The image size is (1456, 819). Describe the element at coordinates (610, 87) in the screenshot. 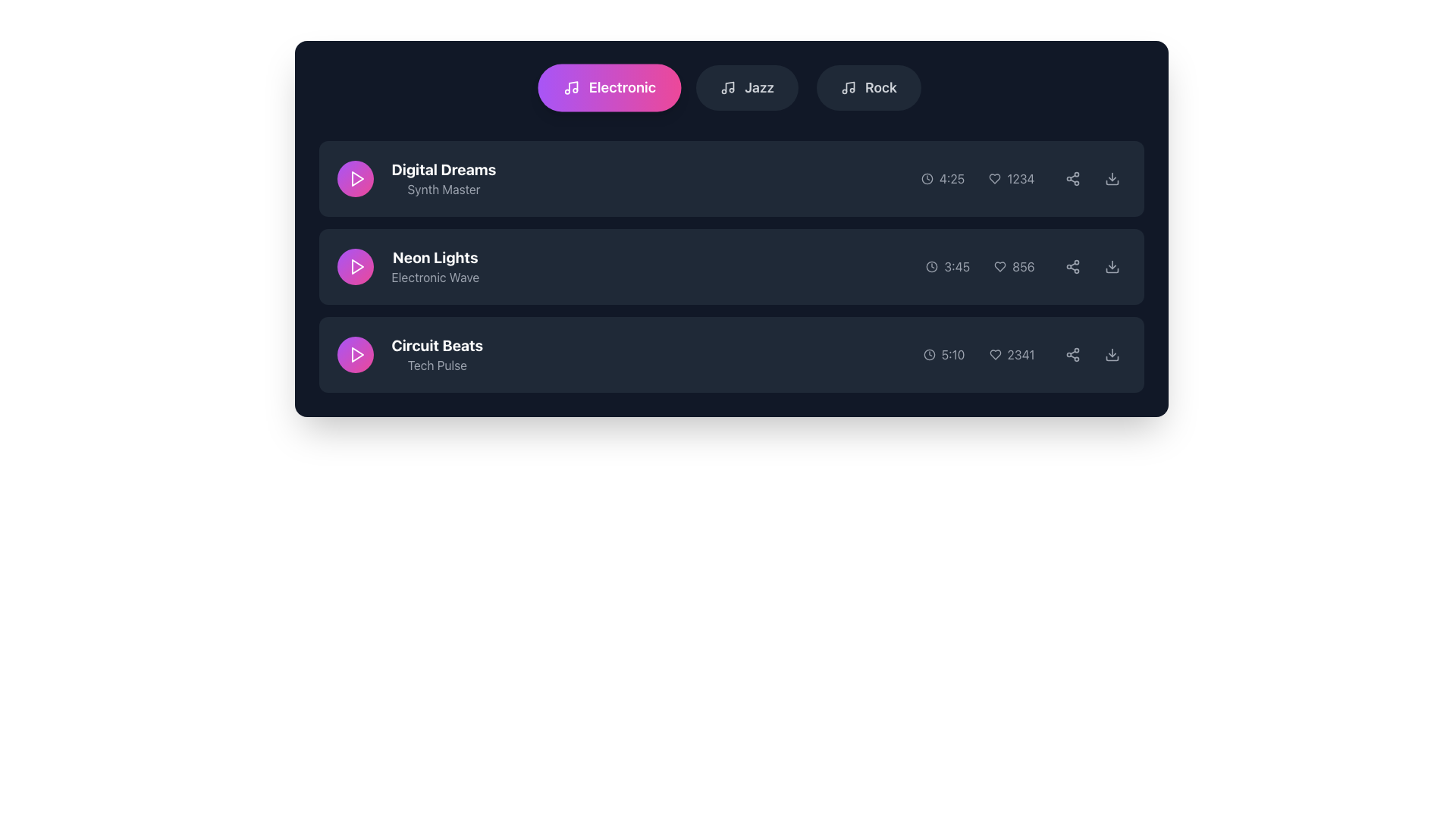

I see `the 'Electronic' category selector button, which is the leftmost button in a group of three` at that location.